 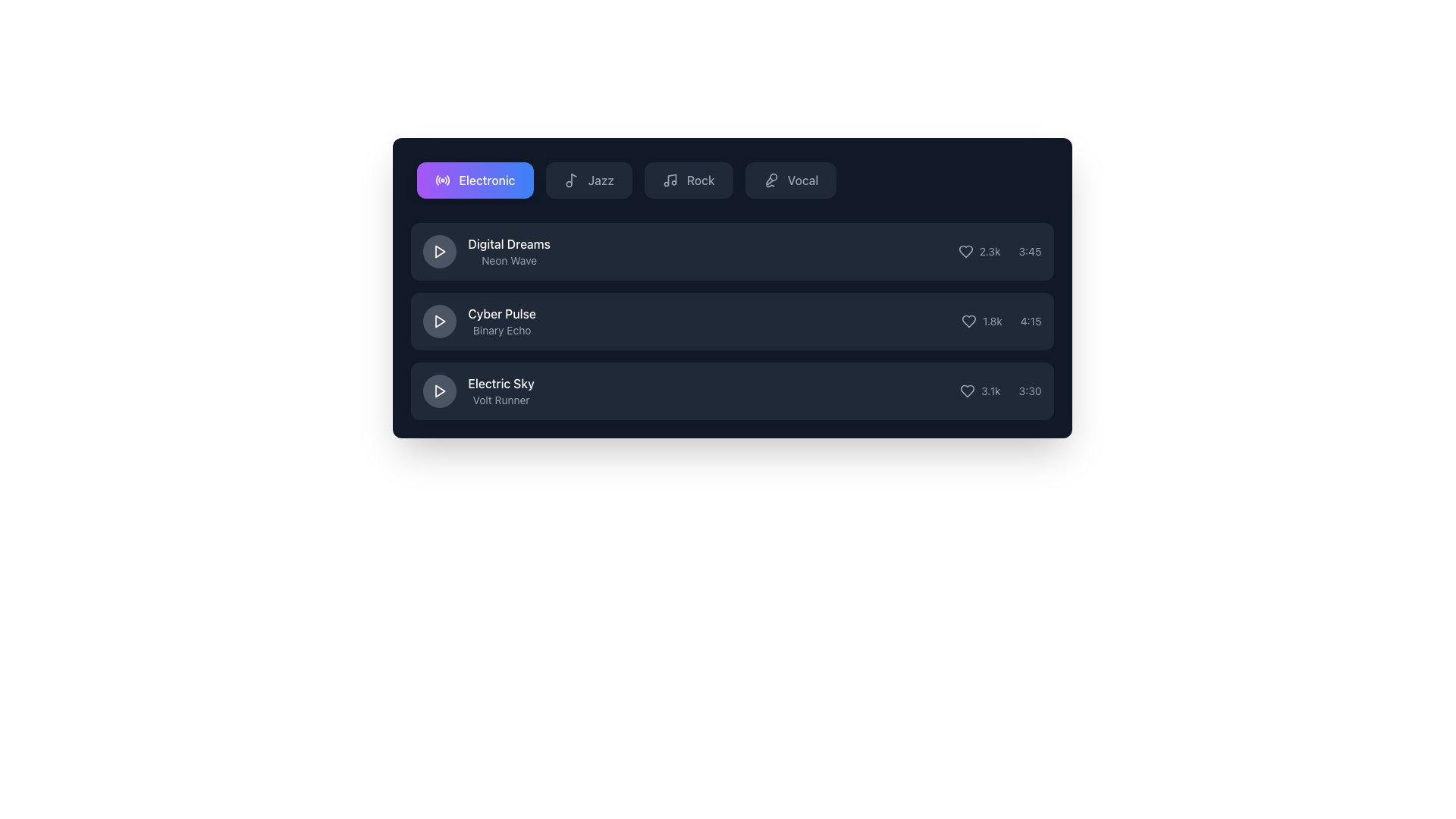 I want to click on the triangular 'Play' button icon styled in white, located inside the 'Digital Dreams' item under the 'Electronic' category, so click(x=438, y=250).